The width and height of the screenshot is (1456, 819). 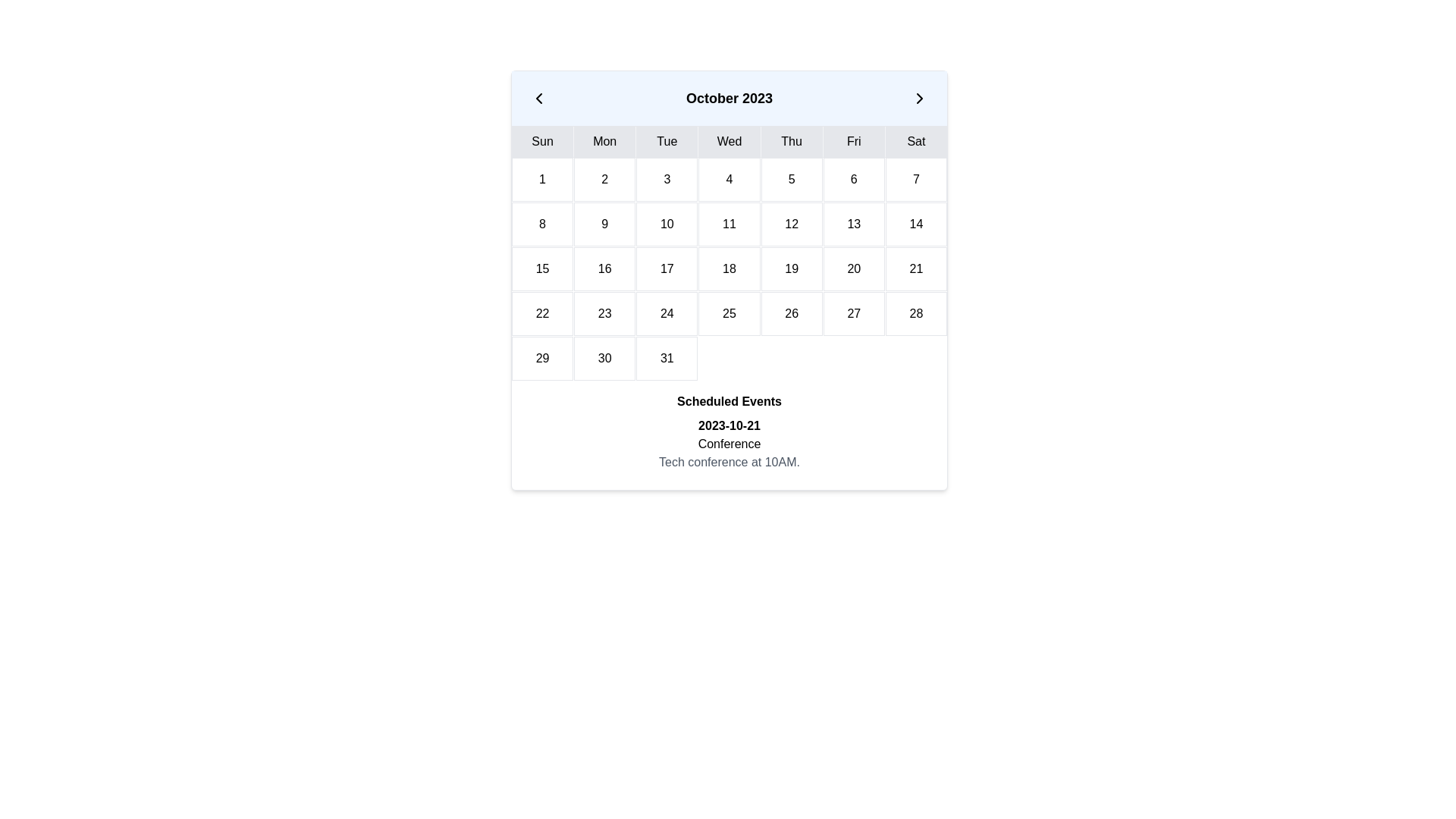 What do you see at coordinates (854, 312) in the screenshot?
I see `the Text Display (Date Selector) containing the number '27', located in the sixth column and fourth row of the calendar grid` at bounding box center [854, 312].